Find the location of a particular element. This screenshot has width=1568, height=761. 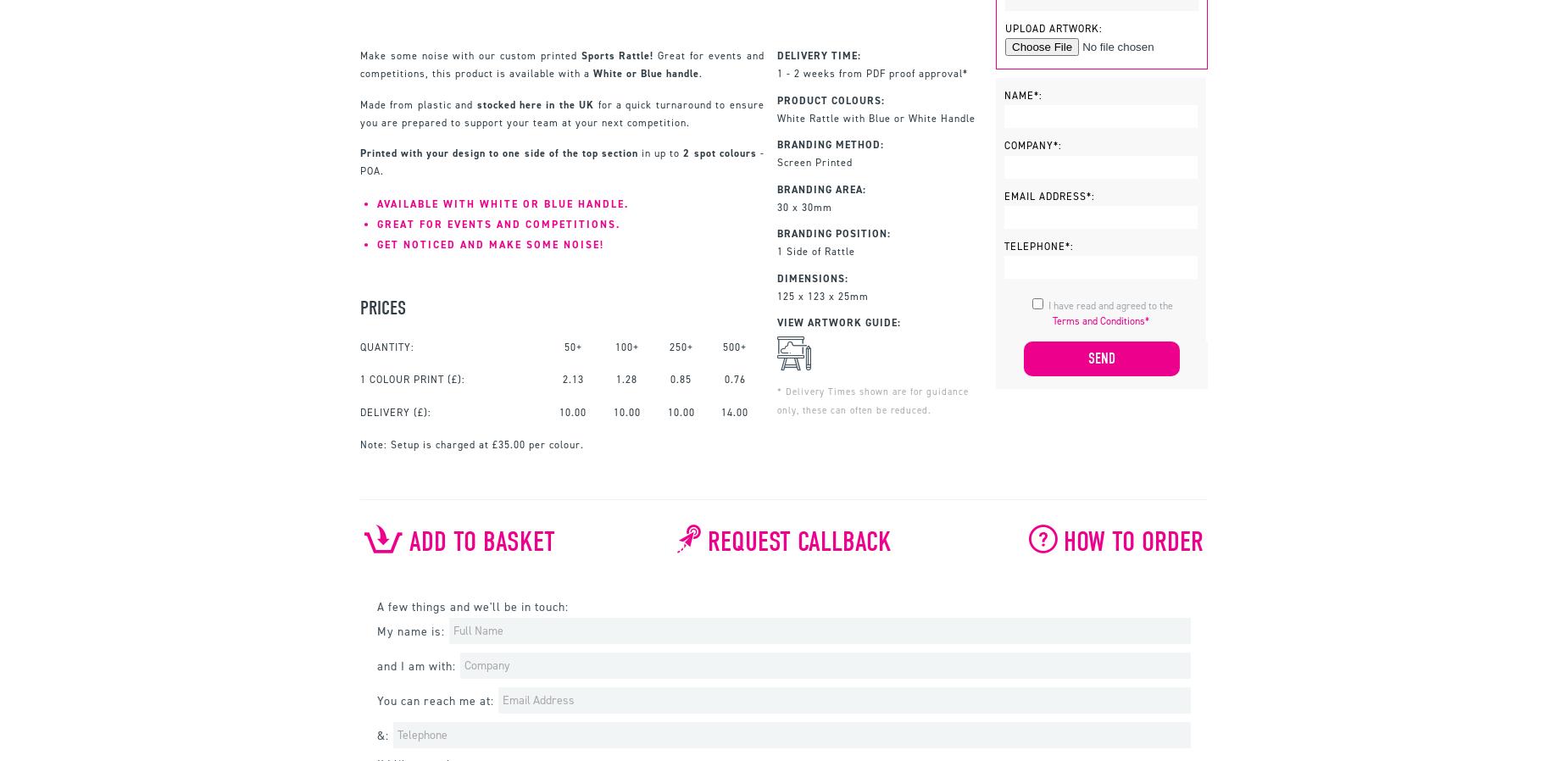

'2.13' is located at coordinates (572, 380).